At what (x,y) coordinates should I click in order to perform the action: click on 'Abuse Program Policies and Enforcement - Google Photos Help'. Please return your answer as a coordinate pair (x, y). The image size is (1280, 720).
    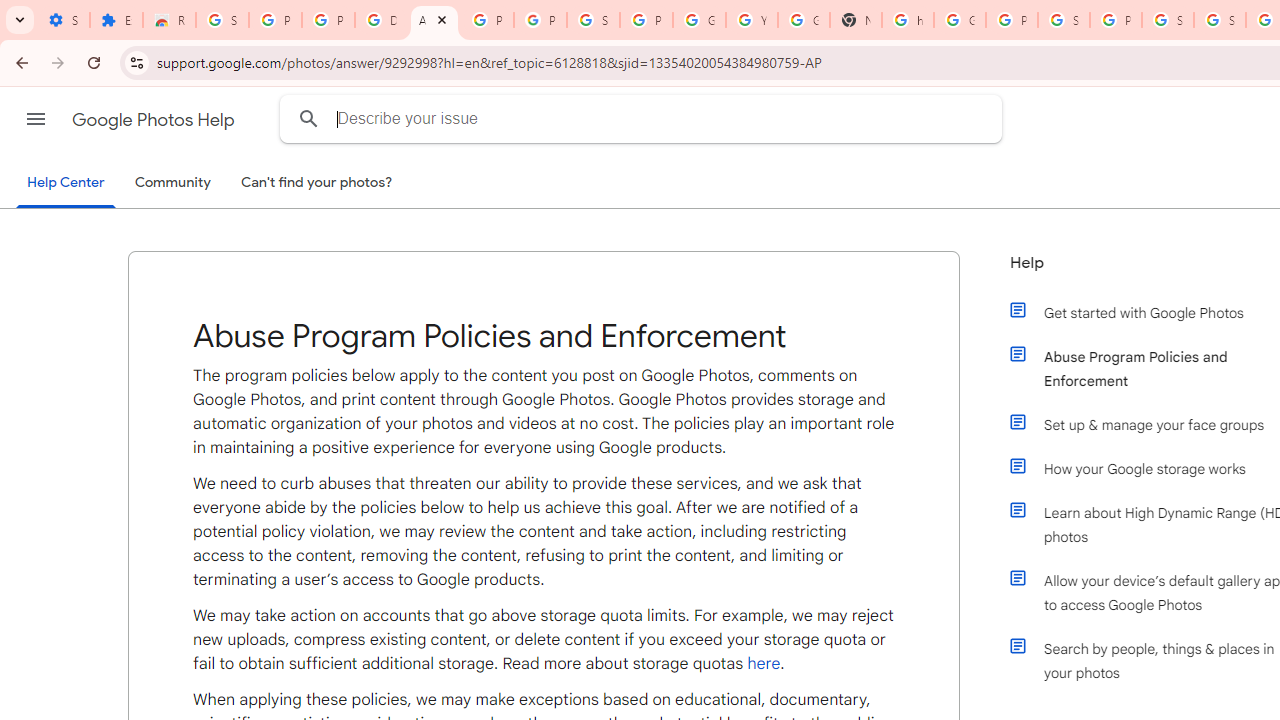
    Looking at the image, I should click on (433, 20).